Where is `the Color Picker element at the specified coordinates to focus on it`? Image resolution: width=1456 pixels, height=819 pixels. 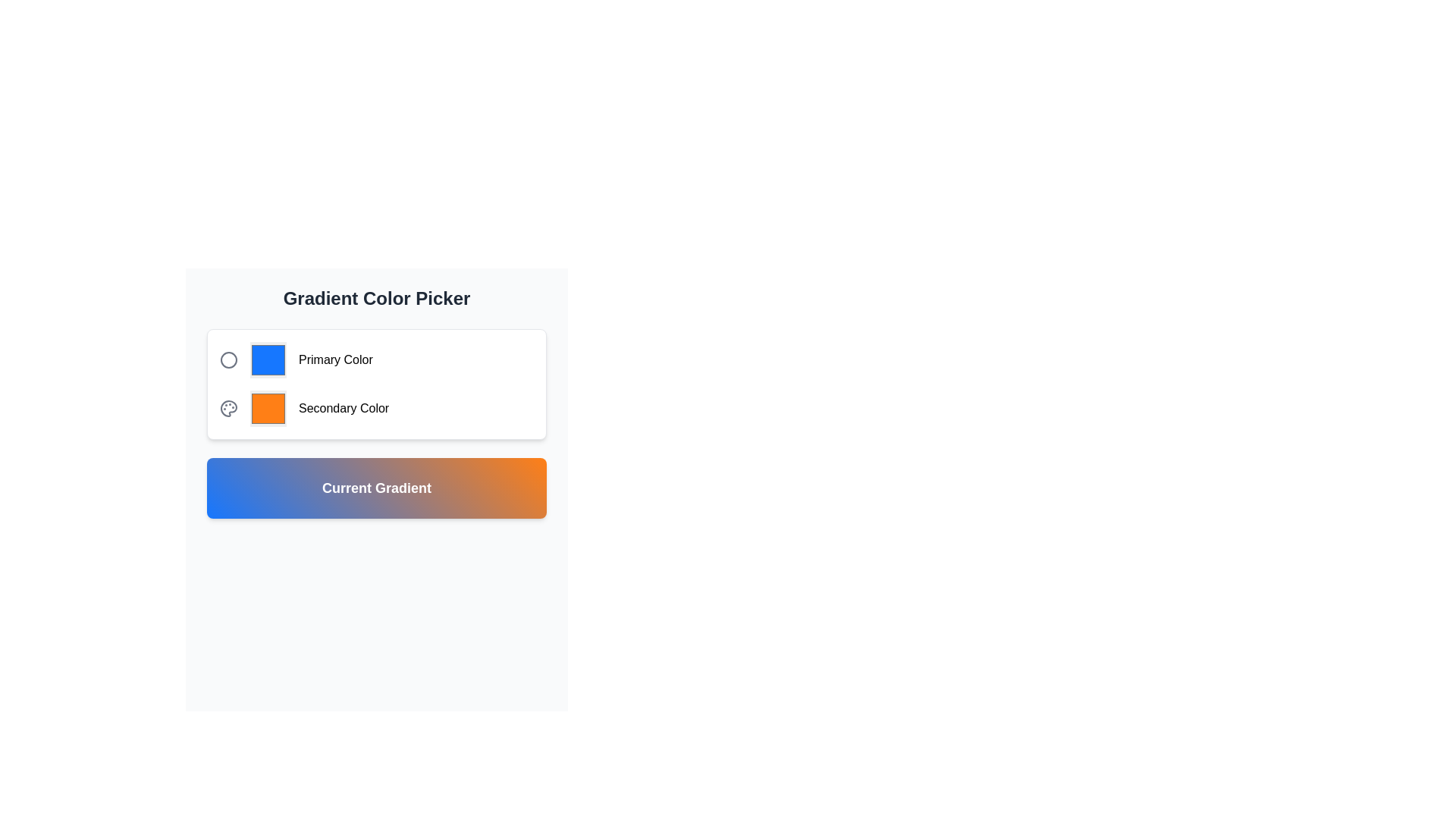
the Color Picker element at the specified coordinates to focus on it is located at coordinates (377, 359).